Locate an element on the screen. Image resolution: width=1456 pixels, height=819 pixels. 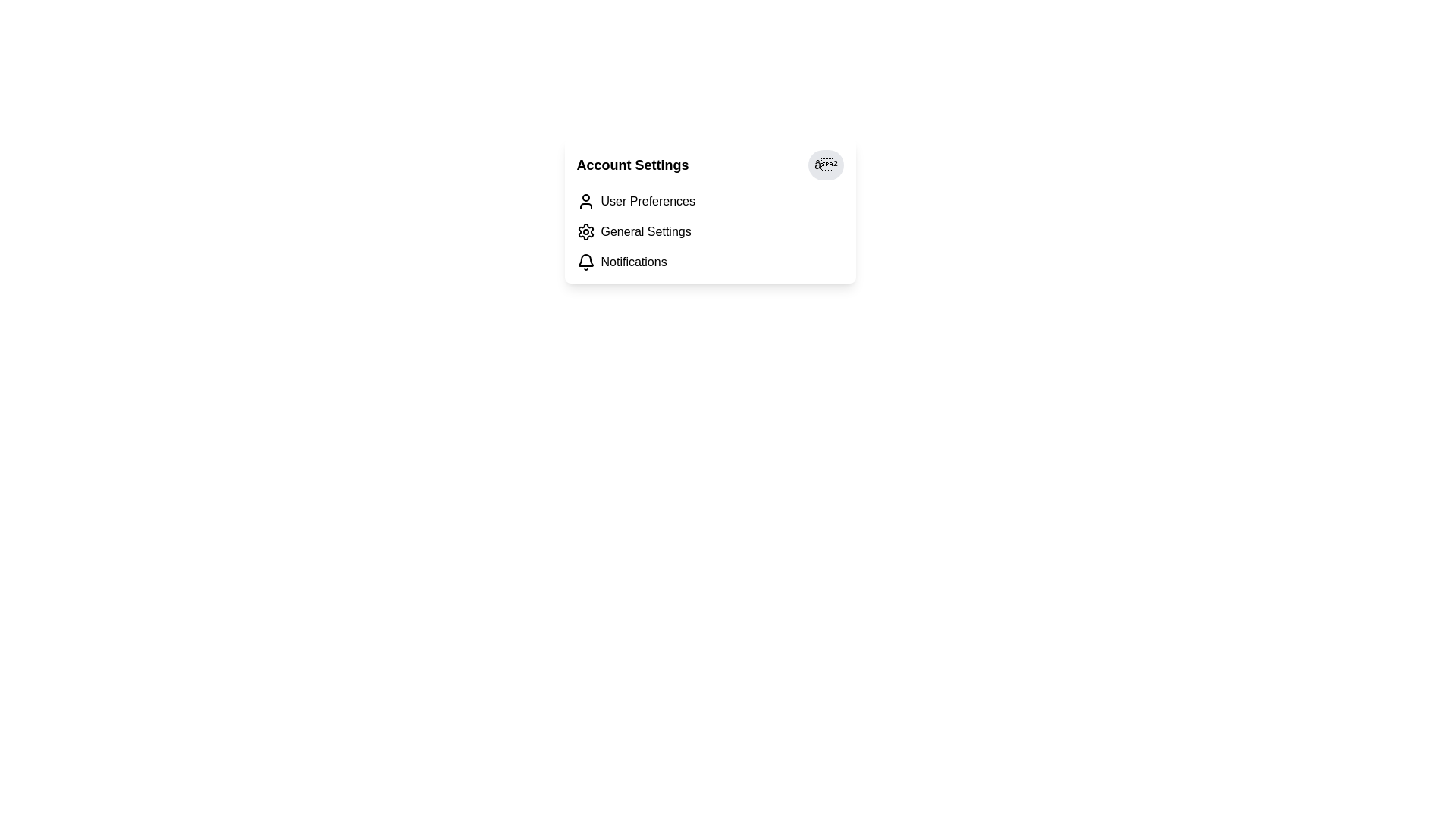
the second item in the vertical list of the 'Account Settings' card is located at coordinates (709, 231).